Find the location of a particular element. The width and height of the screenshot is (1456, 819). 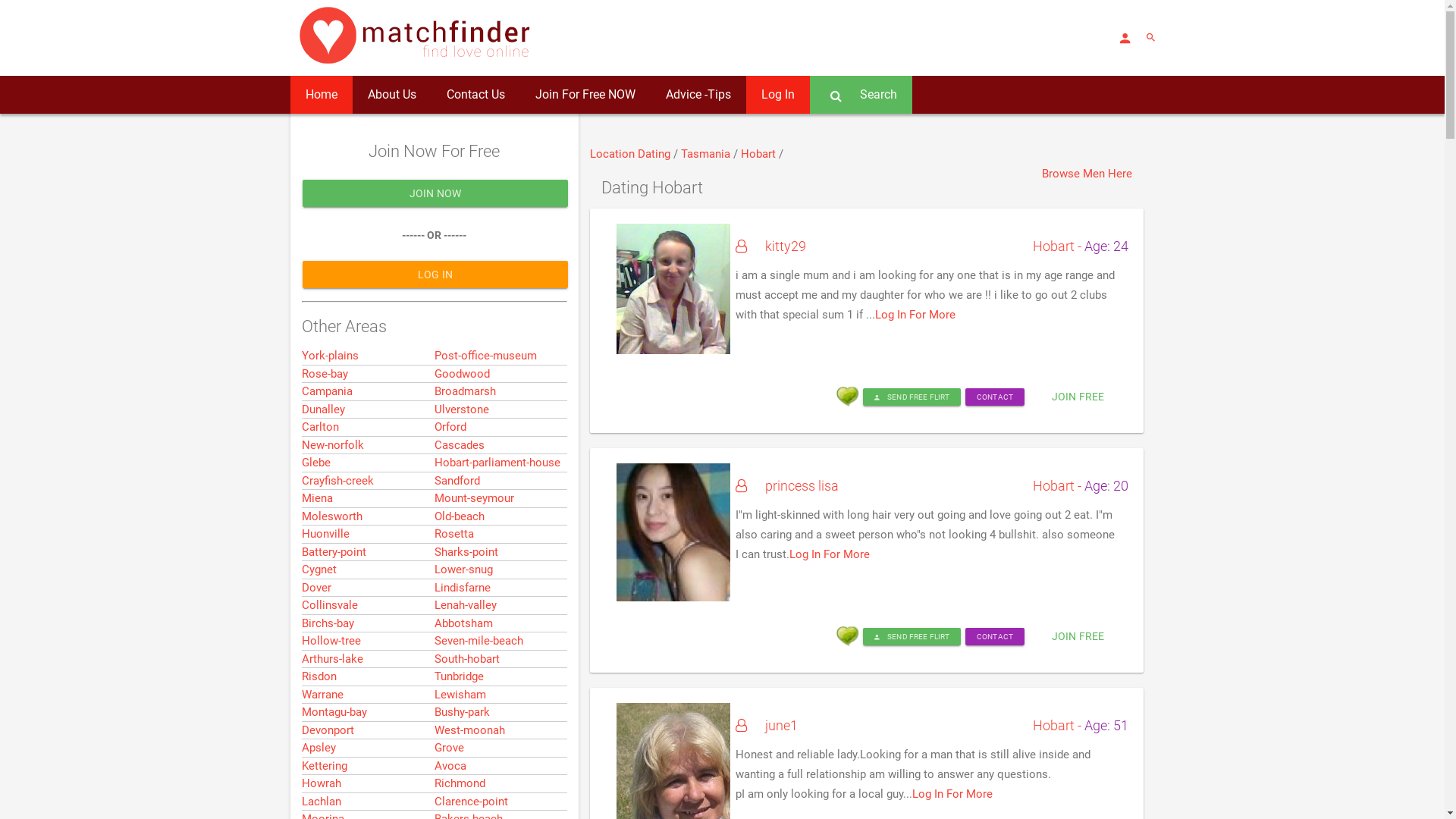

'Sandford' is located at coordinates (455, 480).